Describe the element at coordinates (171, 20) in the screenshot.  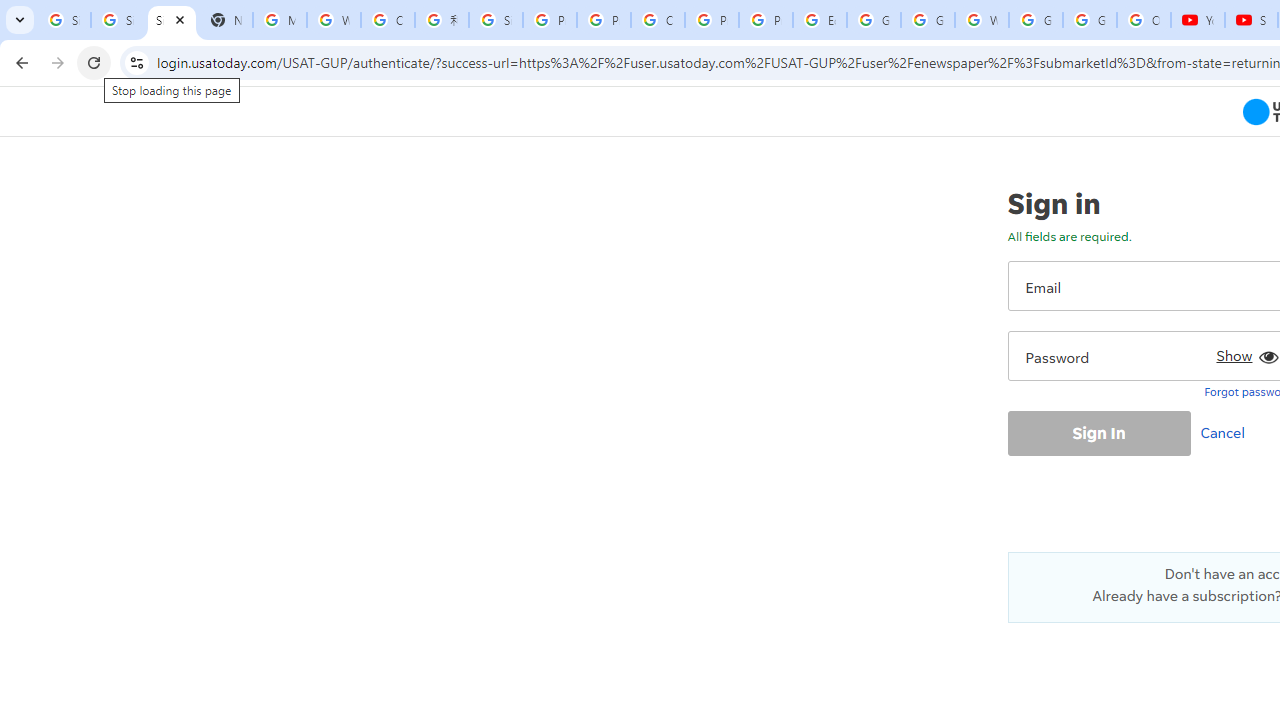
I see `'Sign In - USA TODAY'` at that location.